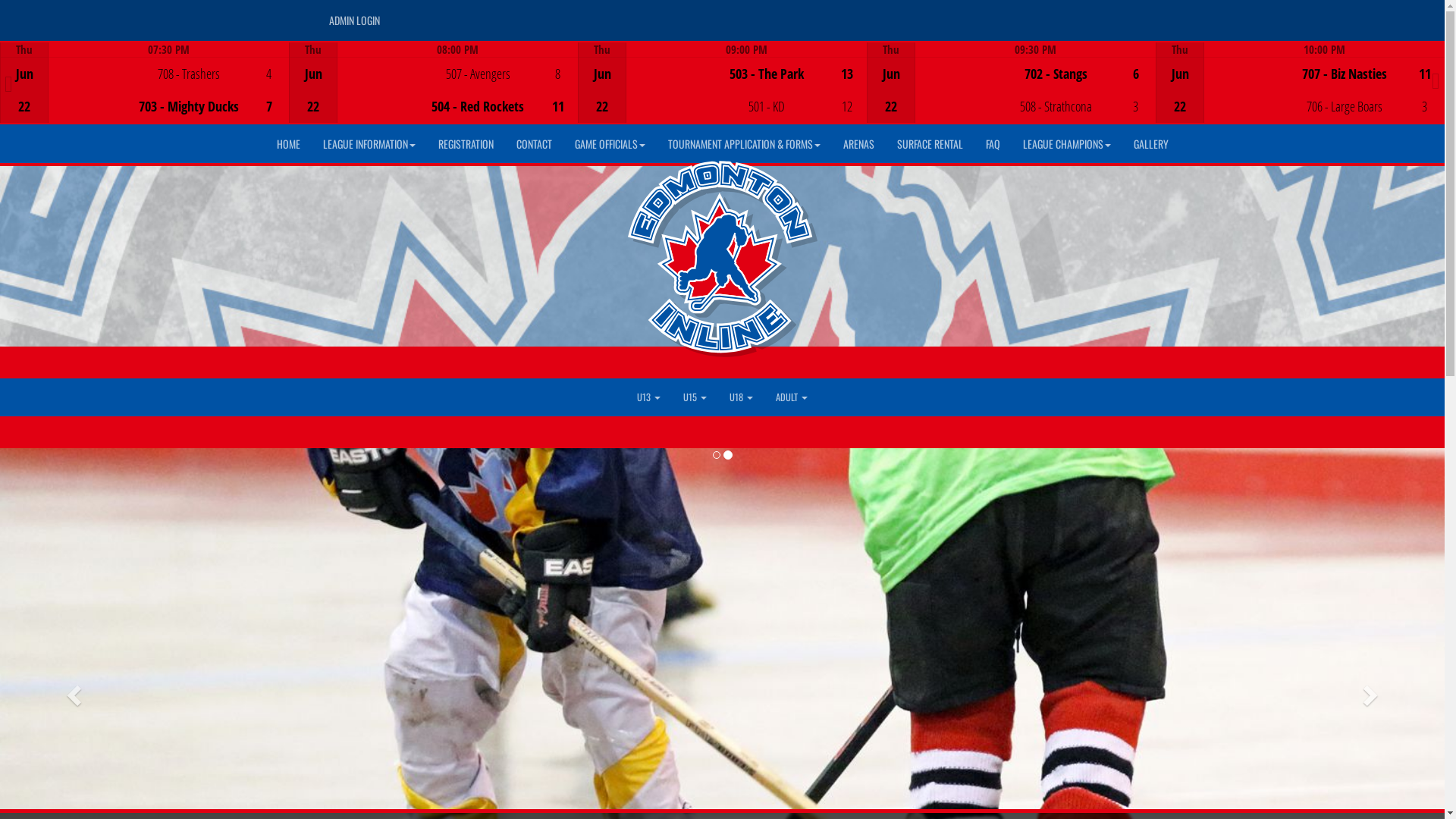 This screenshot has width=1456, height=819. I want to click on 'TOURNAMENT APPLICATION & FORMS', so click(744, 143).